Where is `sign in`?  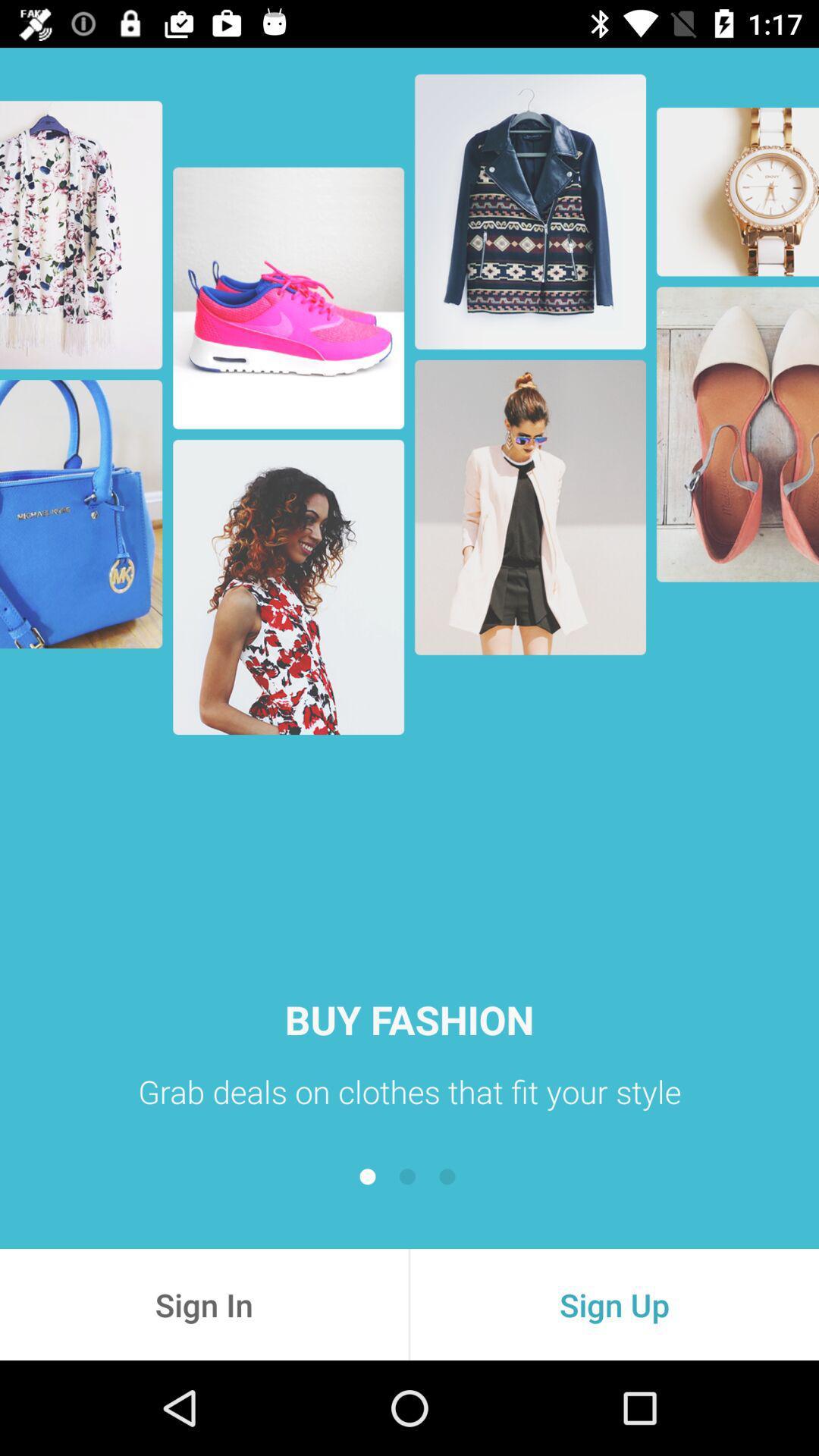 sign in is located at coordinates (203, 1304).